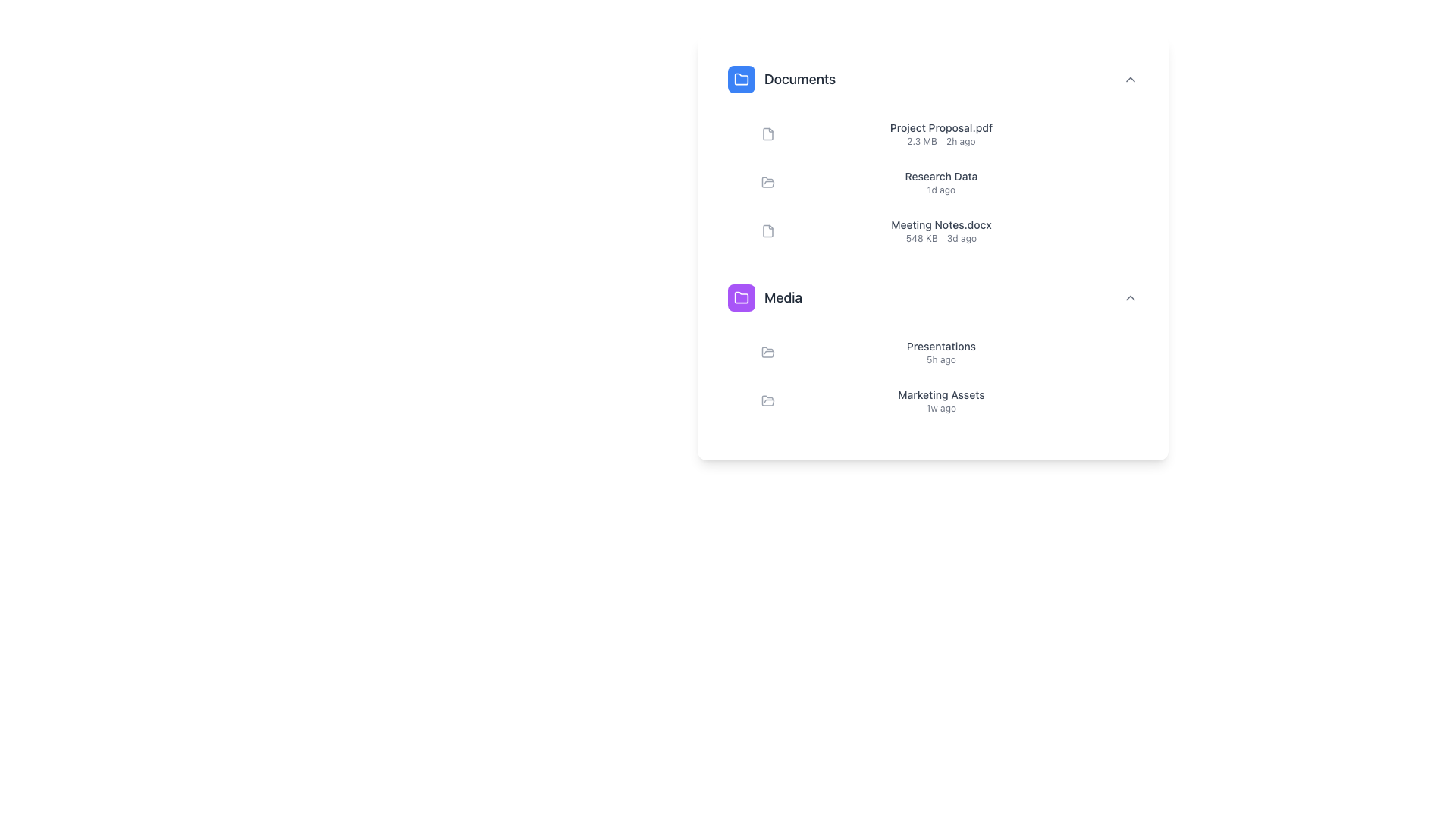  I want to click on the downward-facing gray chevron icon located at the far right of the 'Media' section, so click(1131, 298).